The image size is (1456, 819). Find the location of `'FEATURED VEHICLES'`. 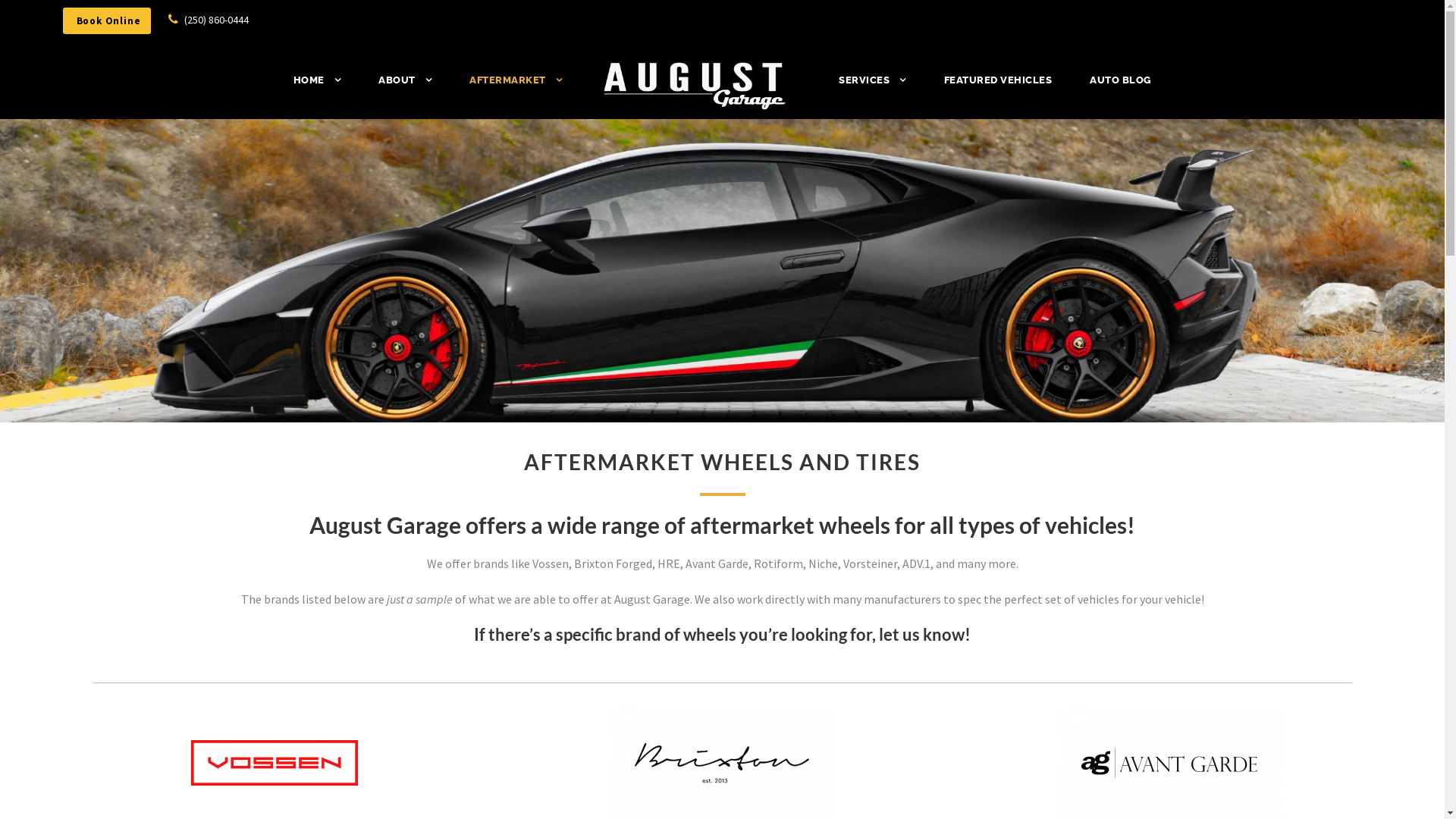

'FEATURED VEHICLES' is located at coordinates (942, 87).